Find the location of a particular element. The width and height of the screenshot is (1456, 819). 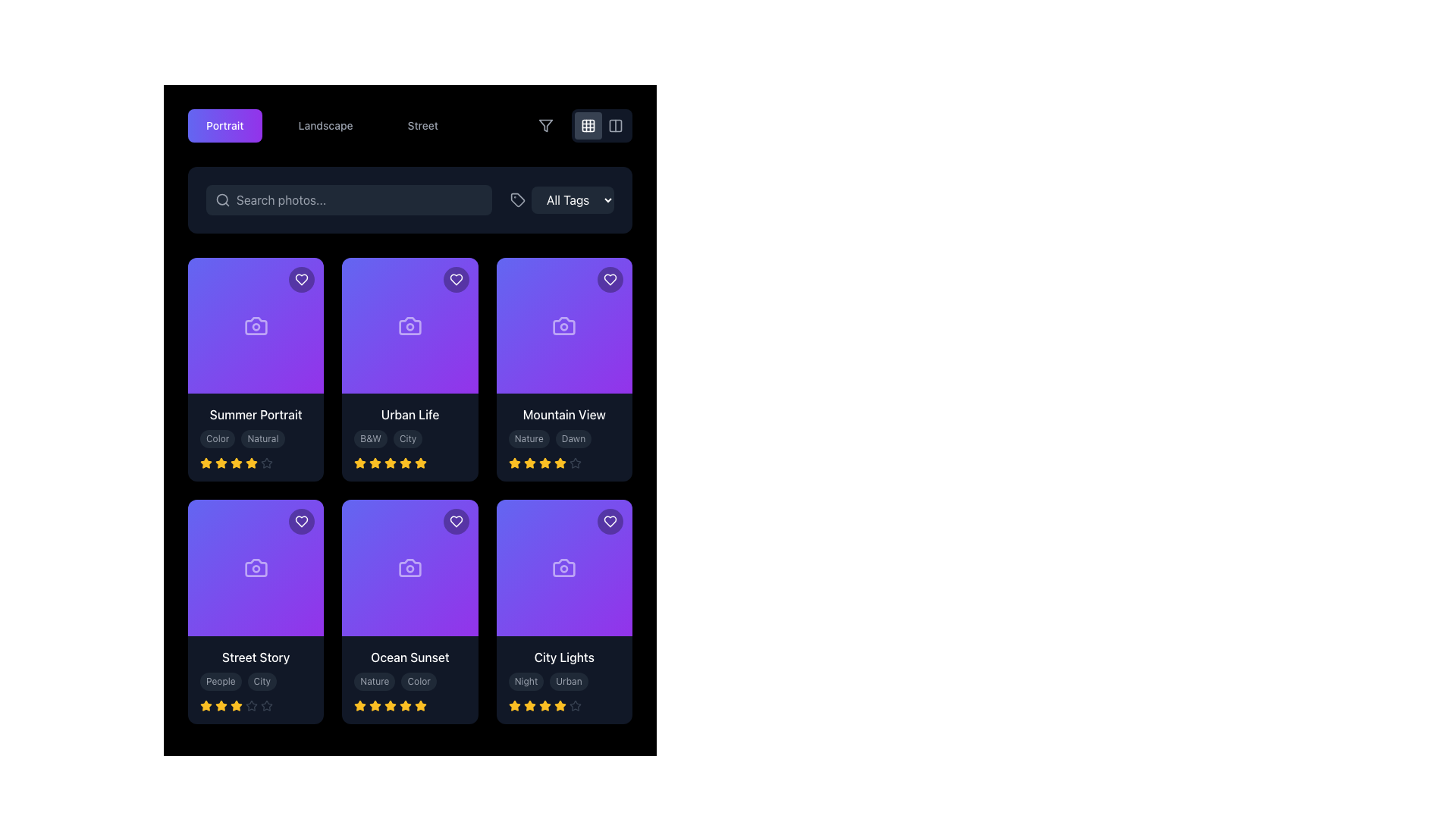

the card in the first row, third column of the grid layout is located at coordinates (563, 369).